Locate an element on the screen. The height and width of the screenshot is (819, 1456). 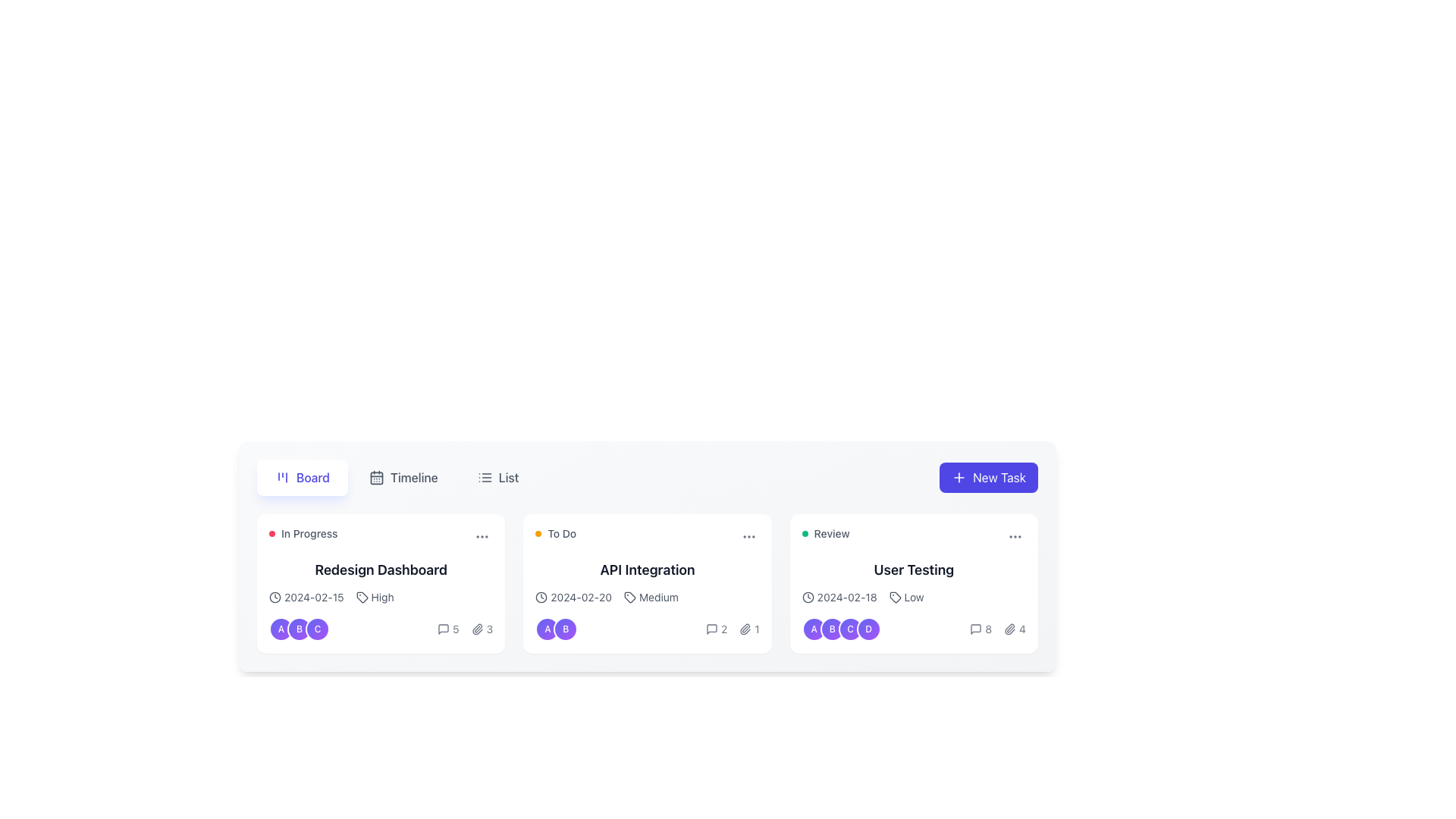
the ellipsis icon consisting of three gray circular dots located in the top-right corner of the 'API Integration' card in the 'To Do' column is located at coordinates (748, 536).